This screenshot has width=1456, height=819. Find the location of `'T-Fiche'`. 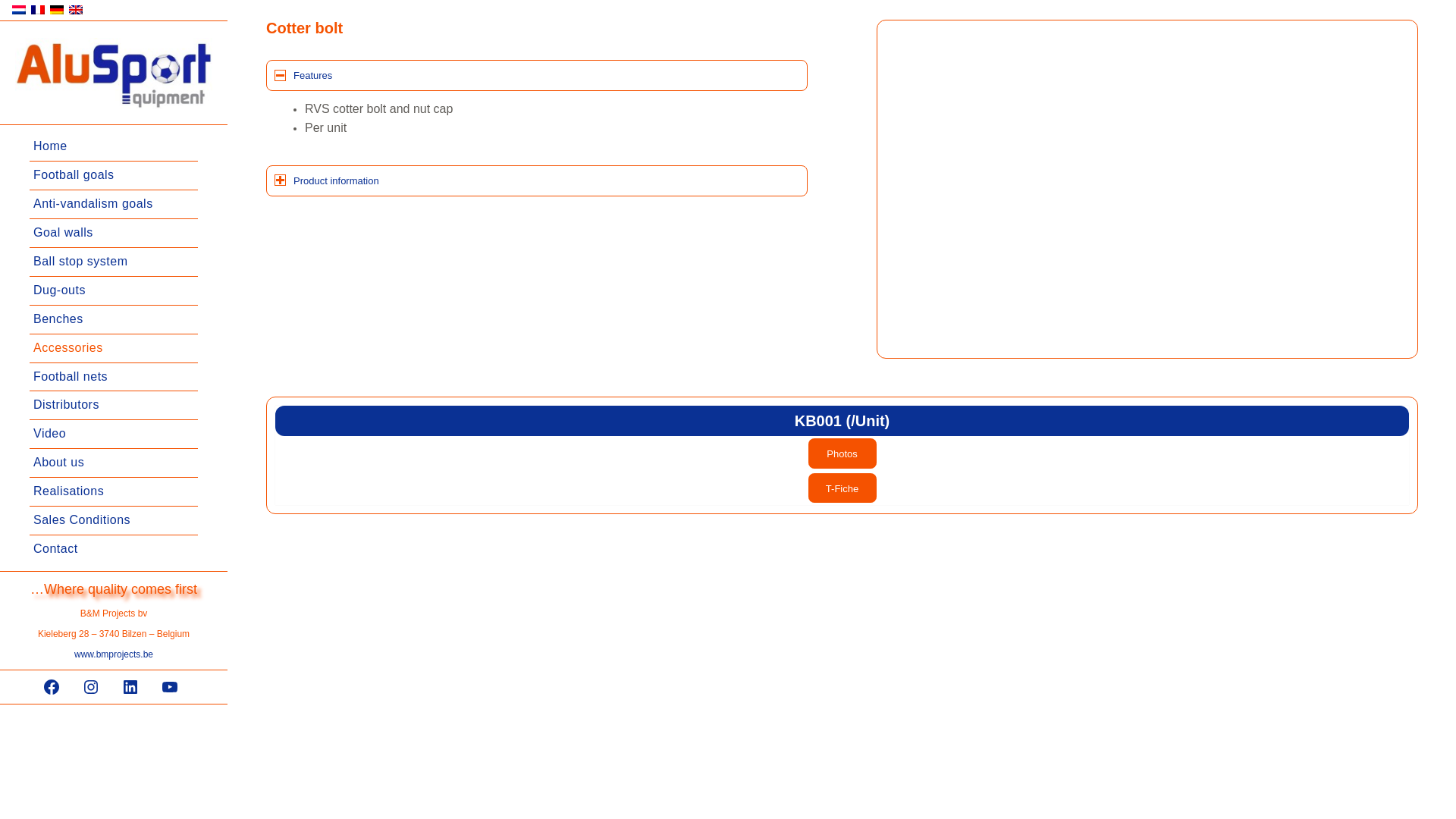

'T-Fiche' is located at coordinates (841, 488).